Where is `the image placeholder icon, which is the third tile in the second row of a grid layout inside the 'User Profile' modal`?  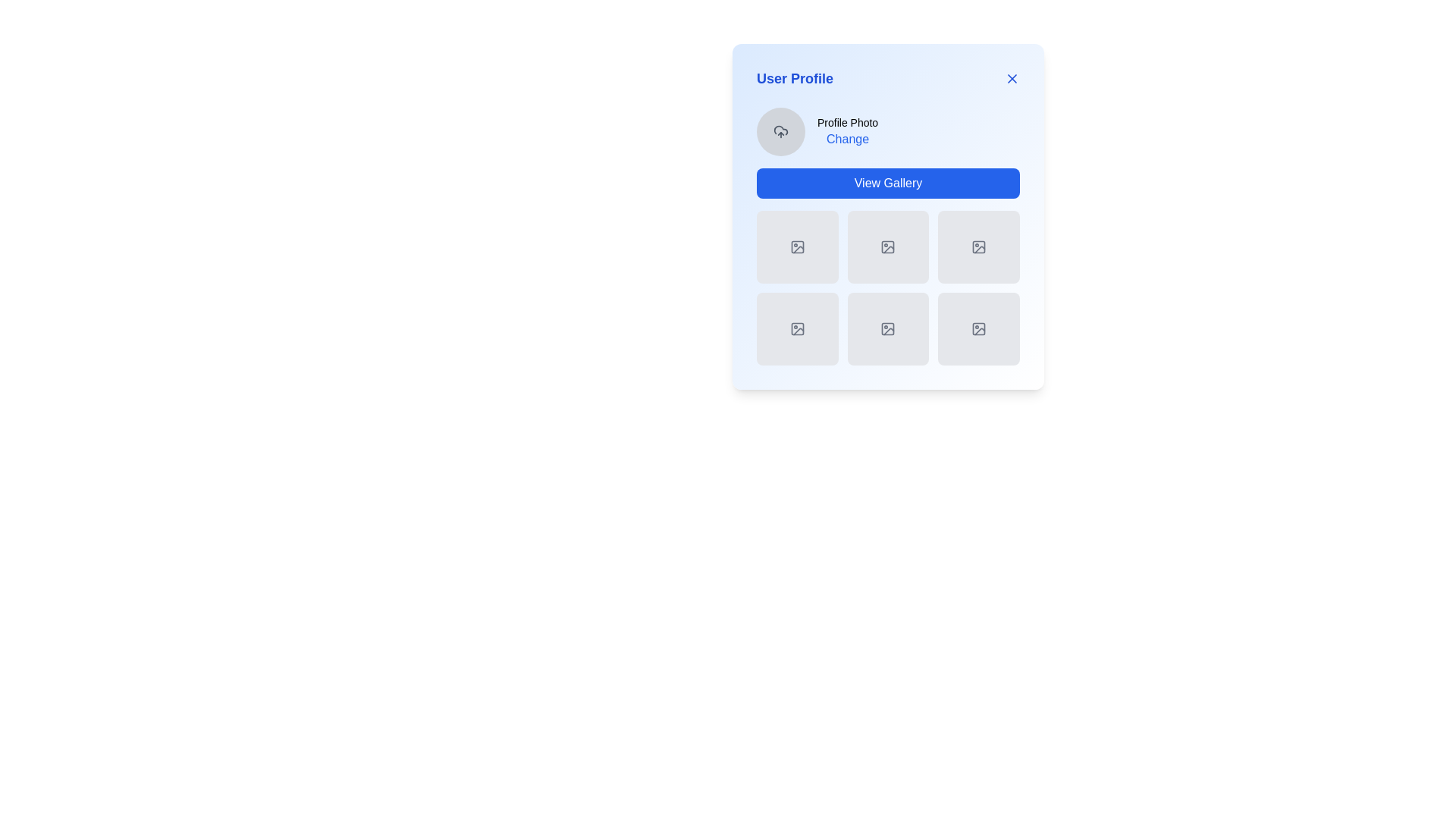 the image placeholder icon, which is the third tile in the second row of a grid layout inside the 'User Profile' modal is located at coordinates (979, 246).